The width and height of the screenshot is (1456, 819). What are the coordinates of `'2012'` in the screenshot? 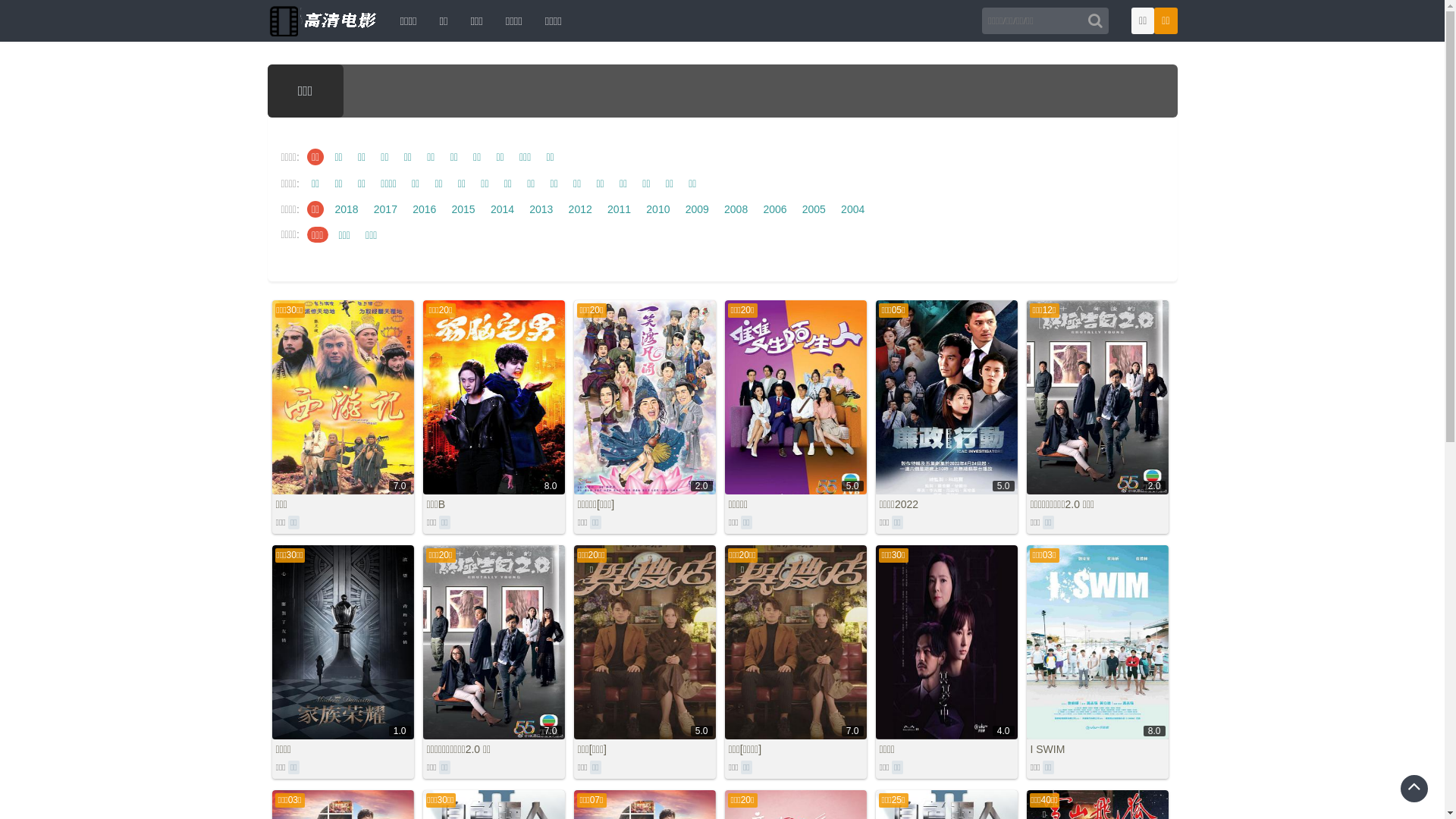 It's located at (579, 209).